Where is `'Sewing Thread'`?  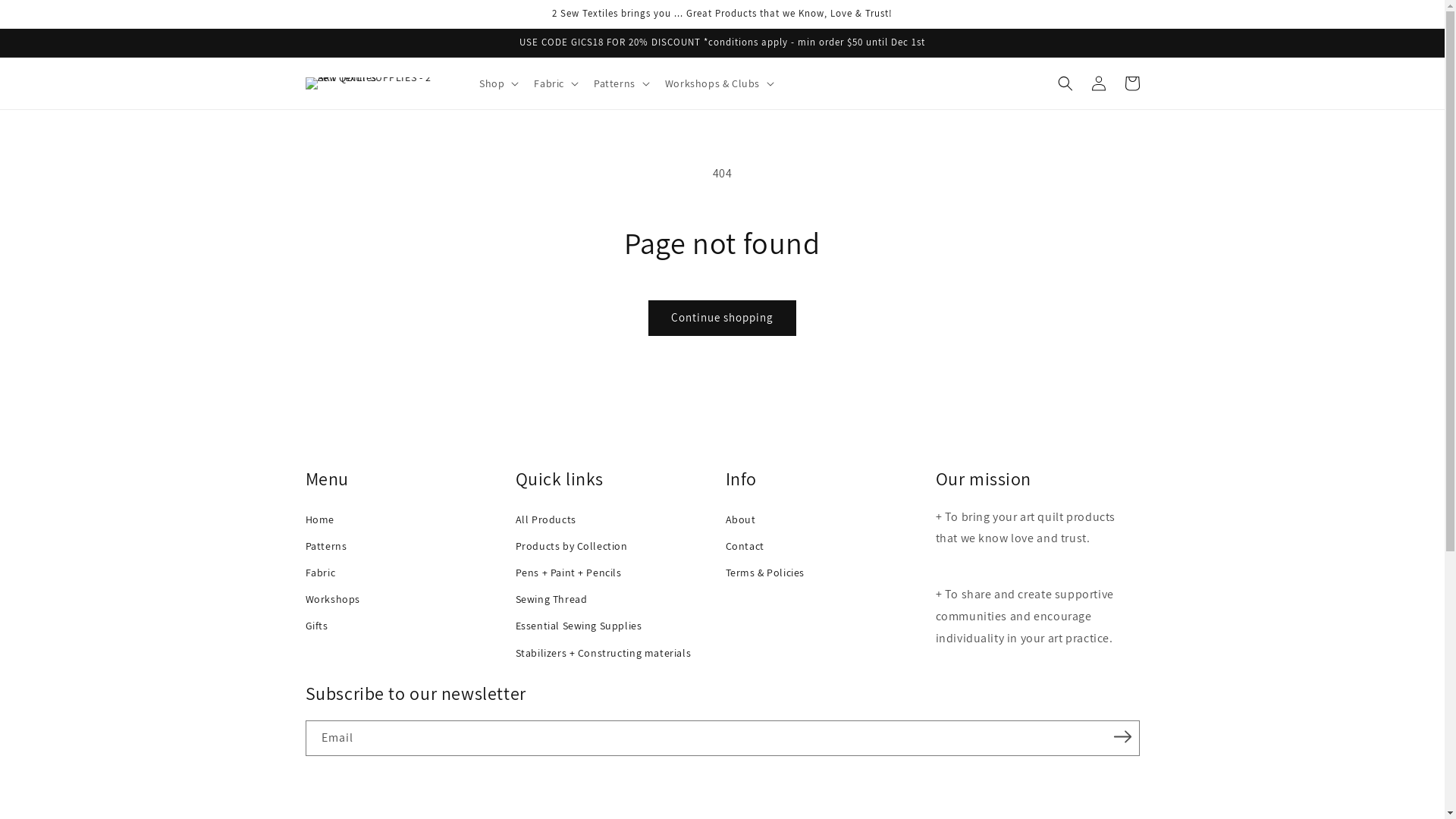 'Sewing Thread' is located at coordinates (617, 598).